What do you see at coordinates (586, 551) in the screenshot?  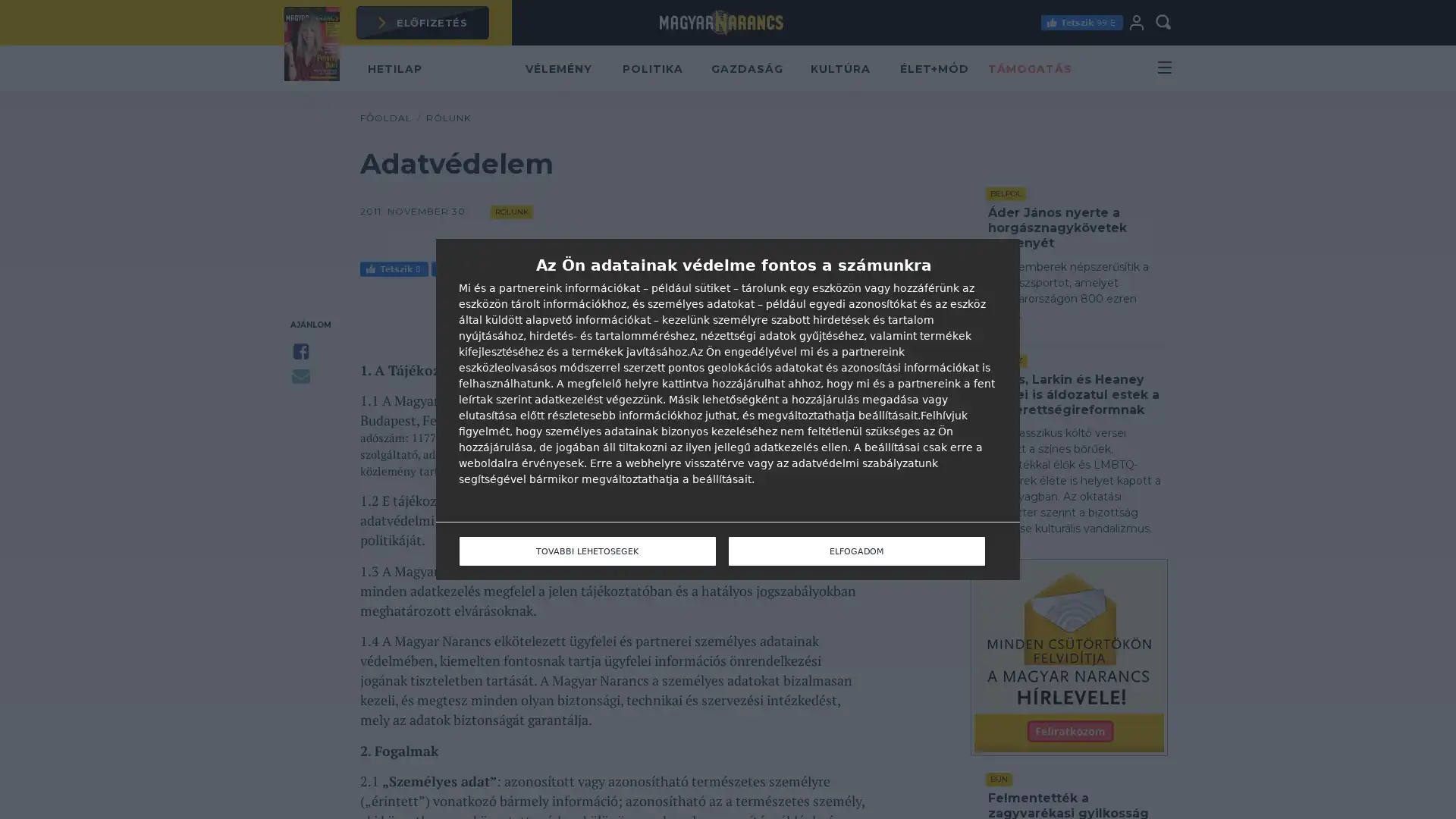 I see `TOVABBI LEHETOSEGEK` at bounding box center [586, 551].